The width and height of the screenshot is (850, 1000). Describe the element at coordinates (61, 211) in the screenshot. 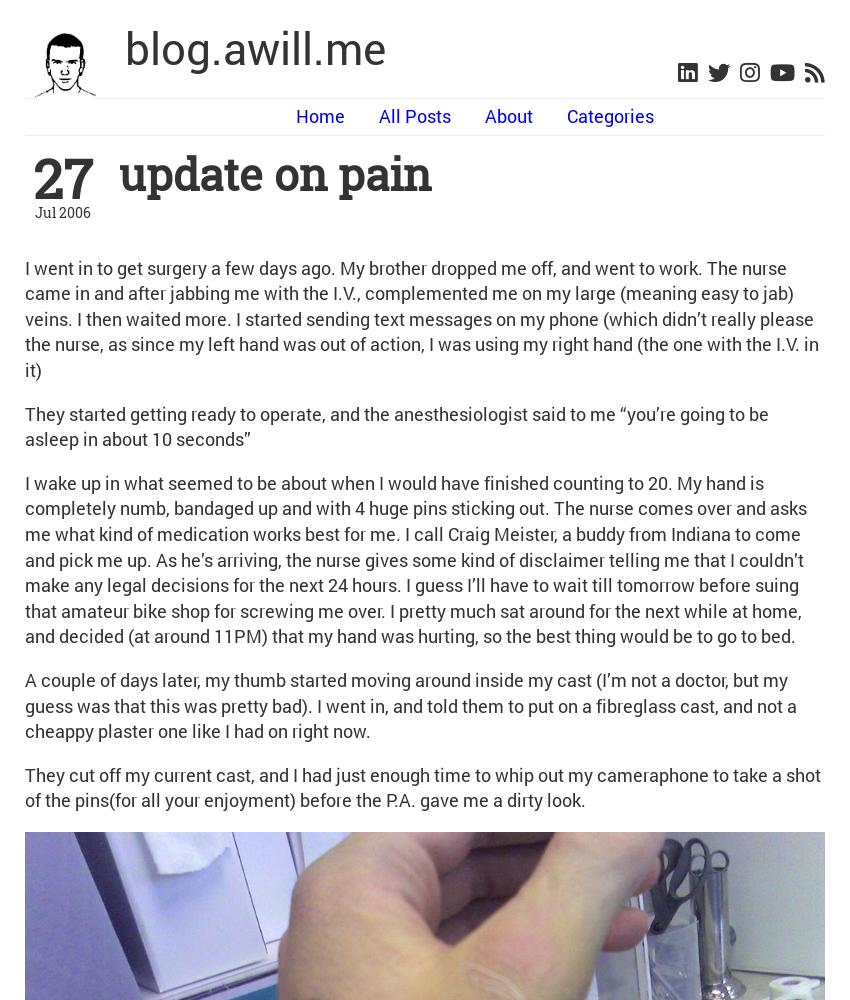

I see `'Jul 2006'` at that location.